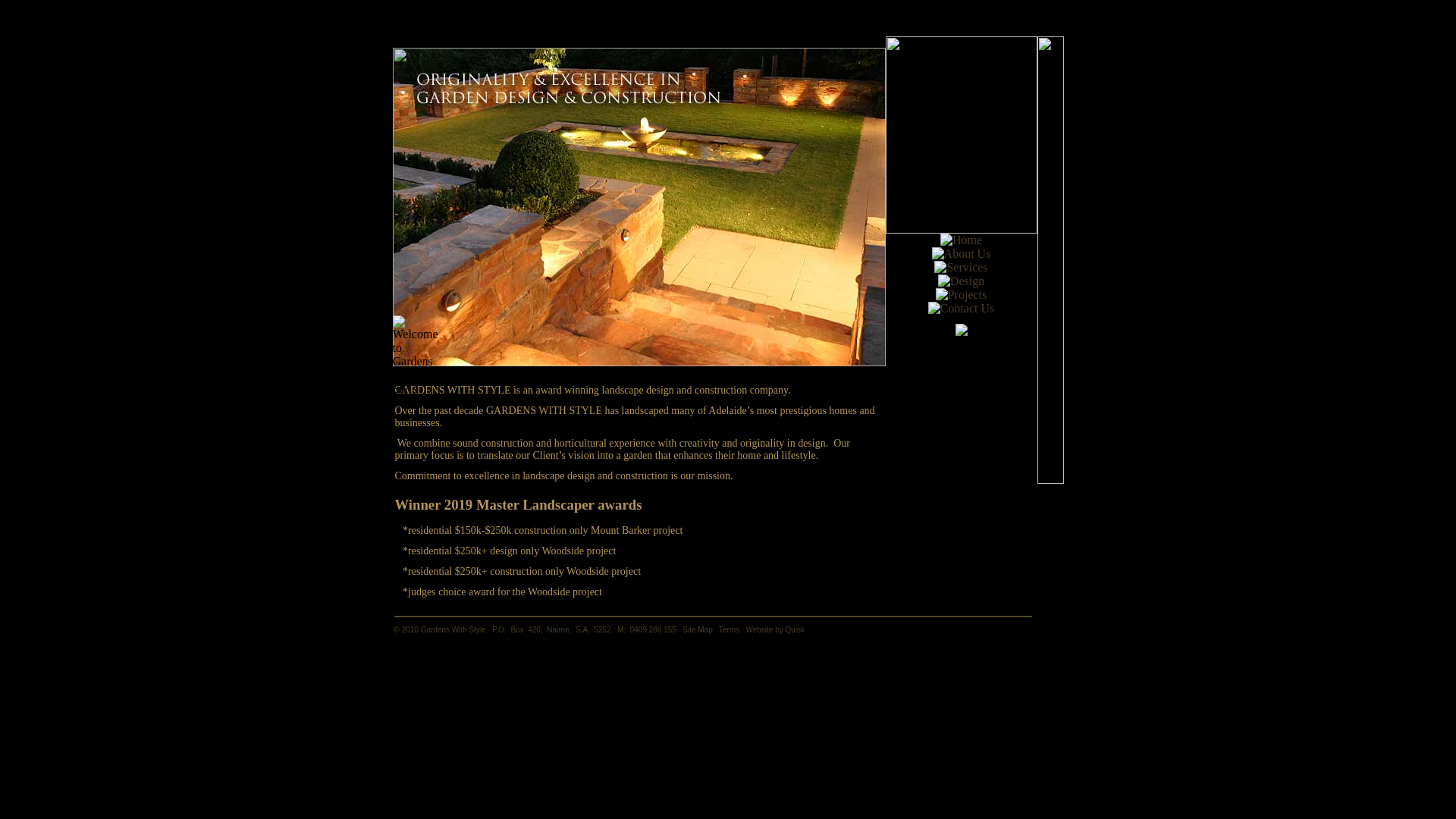 The image size is (1456, 819). I want to click on 'Site Map', so click(682, 629).